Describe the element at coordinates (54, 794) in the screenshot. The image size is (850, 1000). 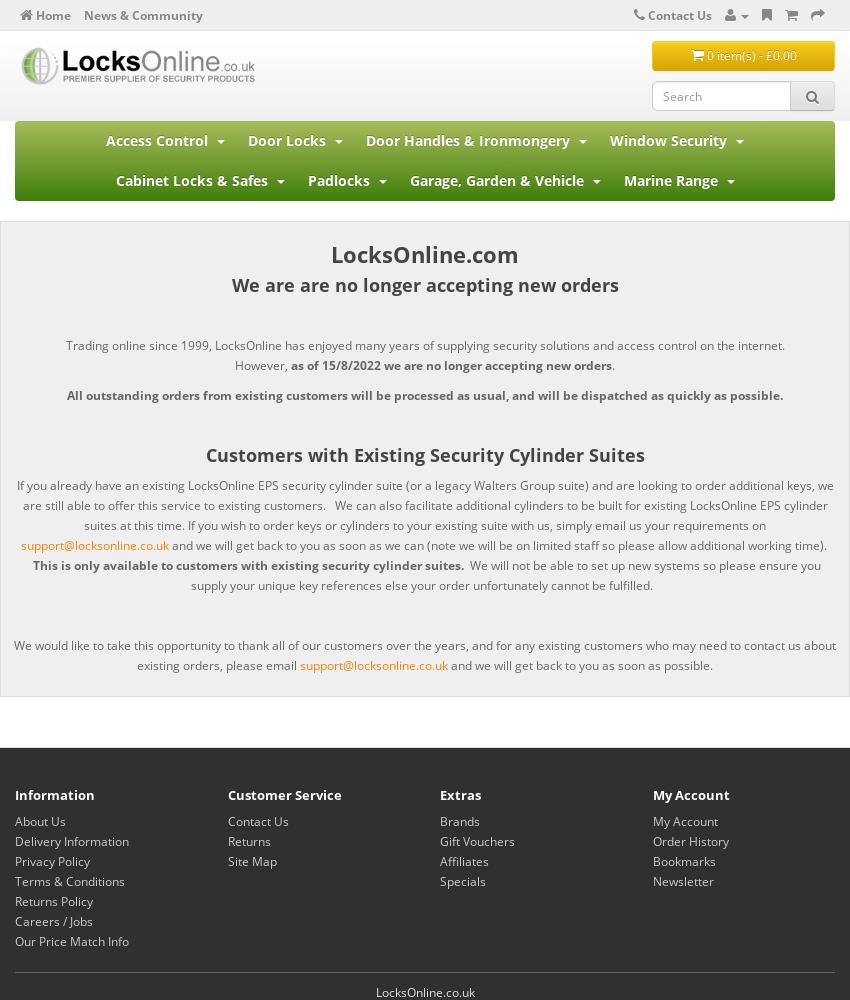
I see `'Information'` at that location.